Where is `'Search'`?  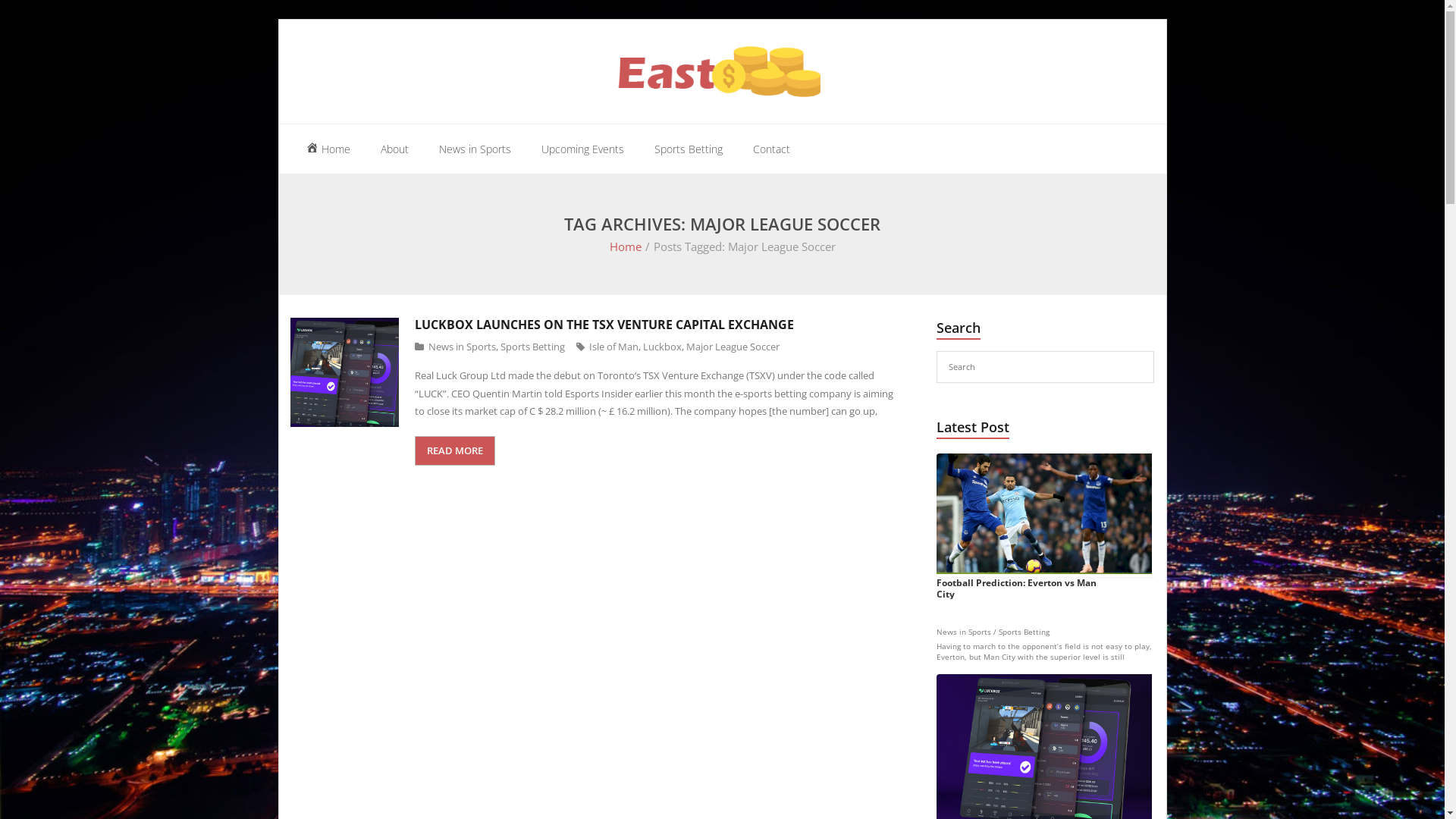 'Search' is located at coordinates (33, 16).